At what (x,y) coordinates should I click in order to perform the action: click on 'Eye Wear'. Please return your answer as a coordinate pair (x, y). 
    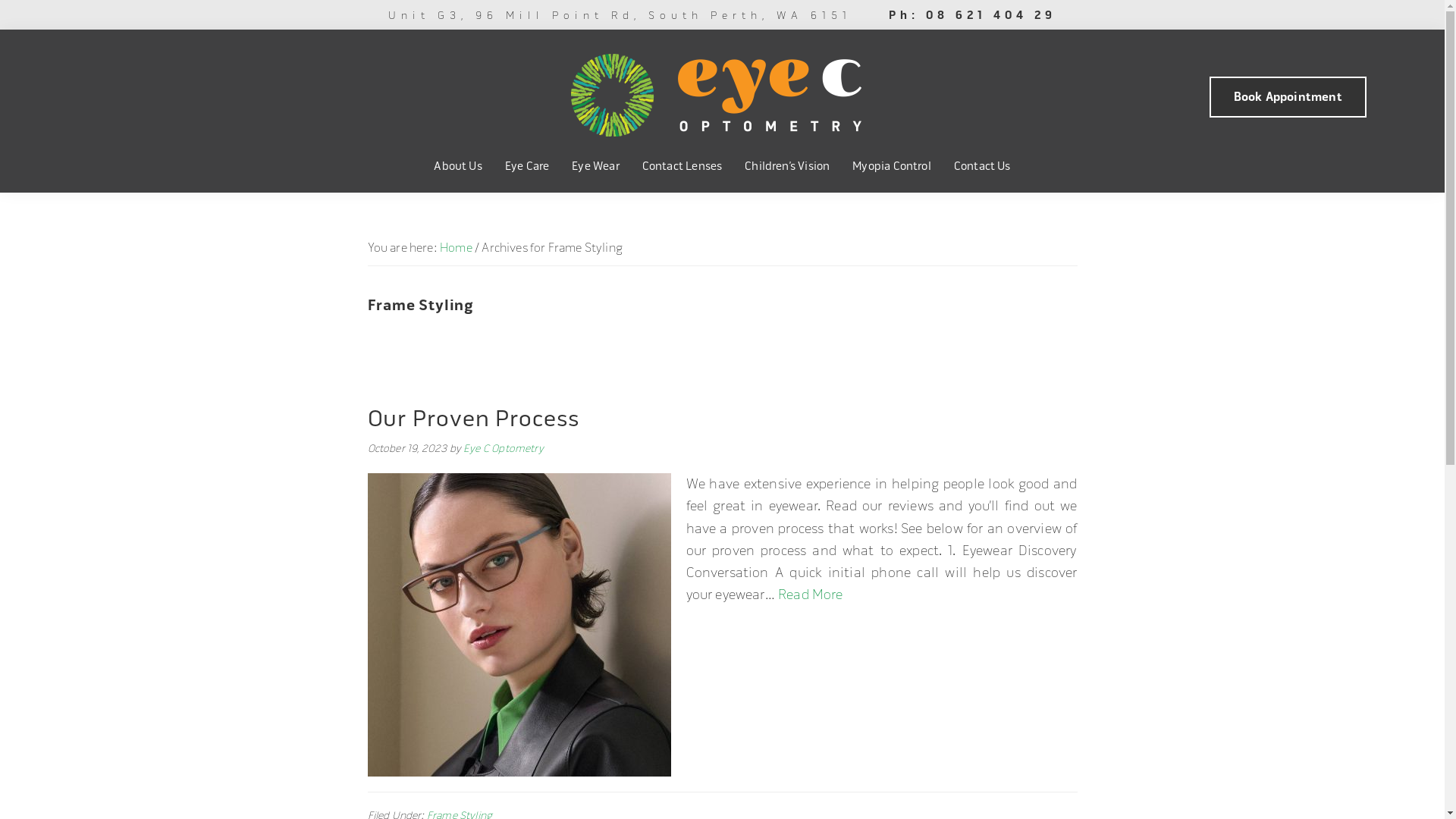
    Looking at the image, I should click on (595, 166).